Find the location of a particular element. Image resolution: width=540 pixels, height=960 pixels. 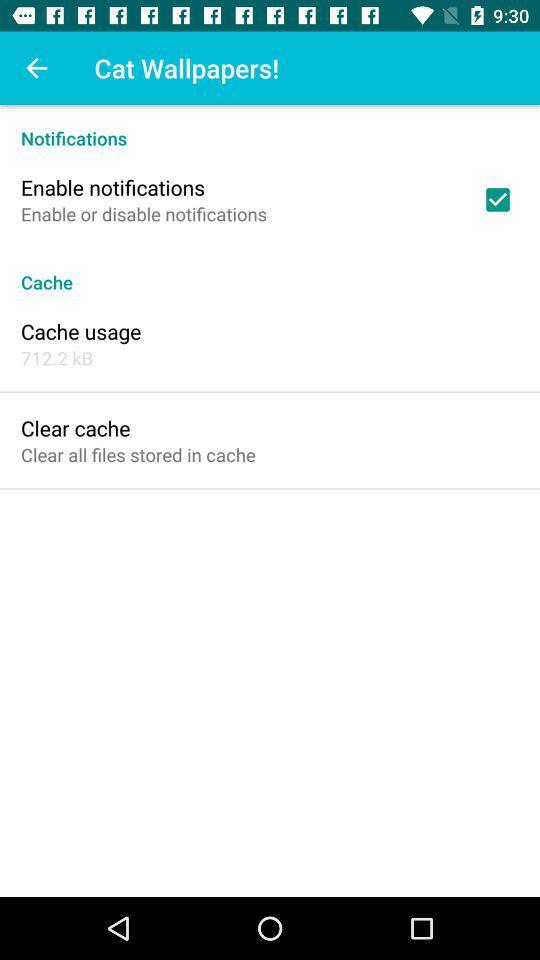

item next to the cat wallpapers! icon is located at coordinates (36, 68).